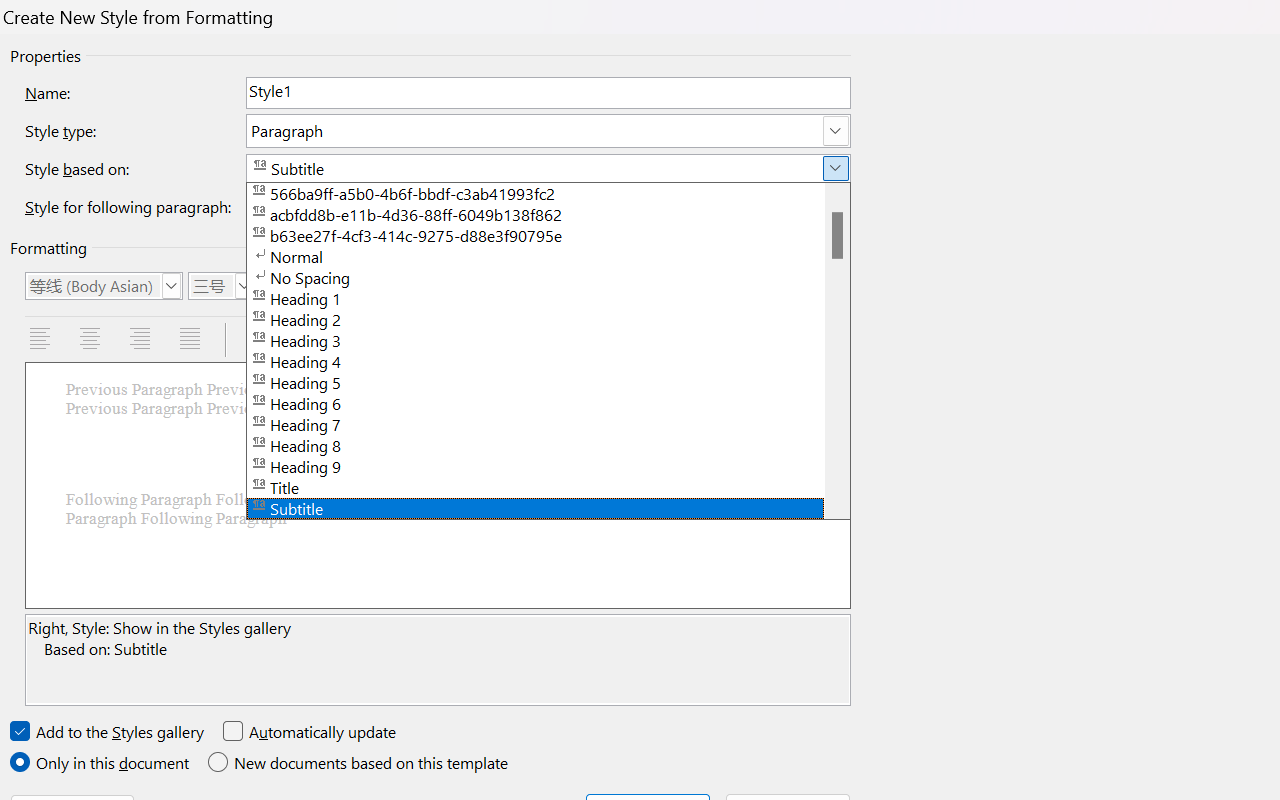  What do you see at coordinates (141, 339) in the screenshot?
I see `'Align Right'` at bounding box center [141, 339].